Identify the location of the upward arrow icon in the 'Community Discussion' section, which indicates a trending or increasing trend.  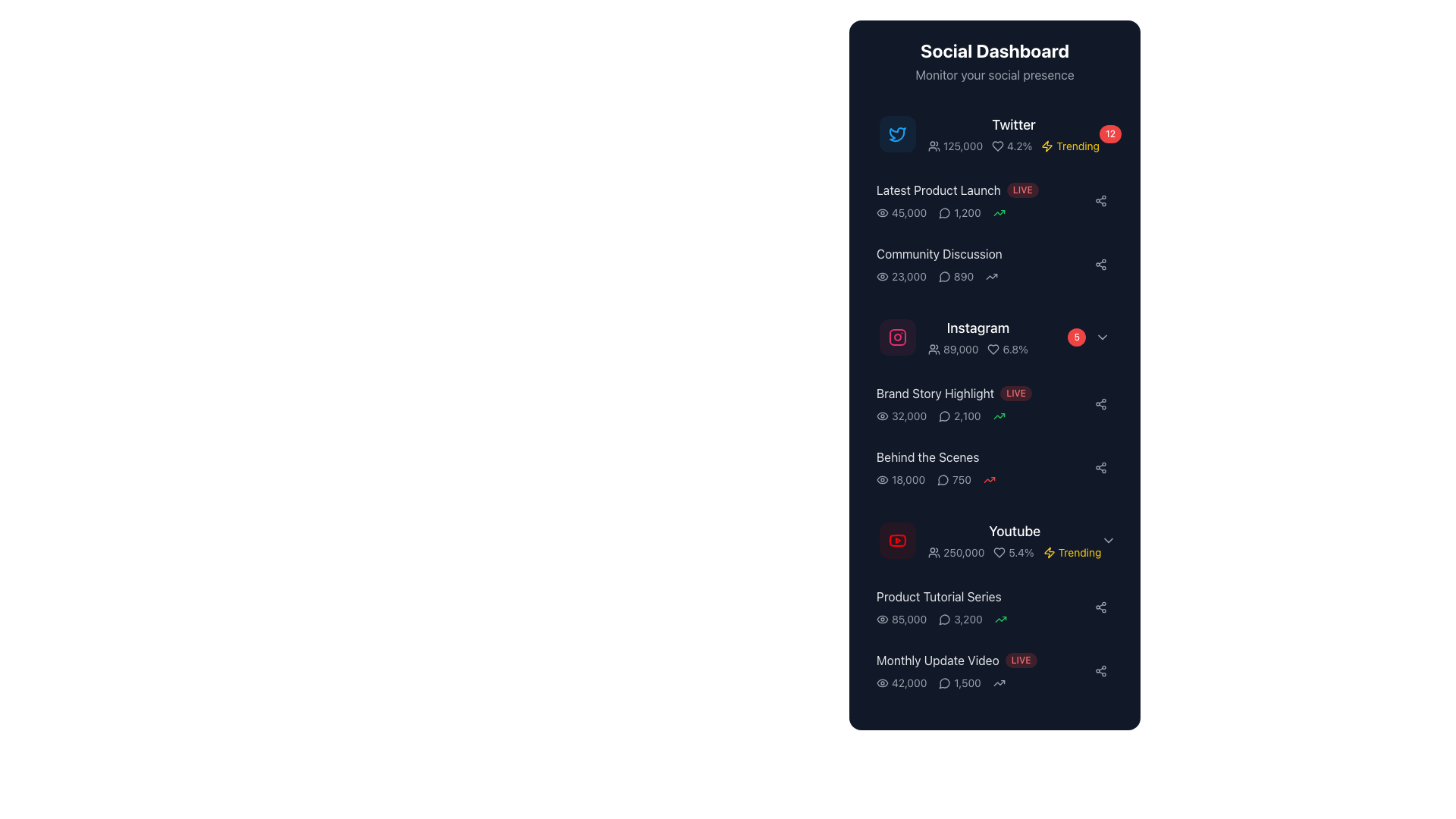
(992, 277).